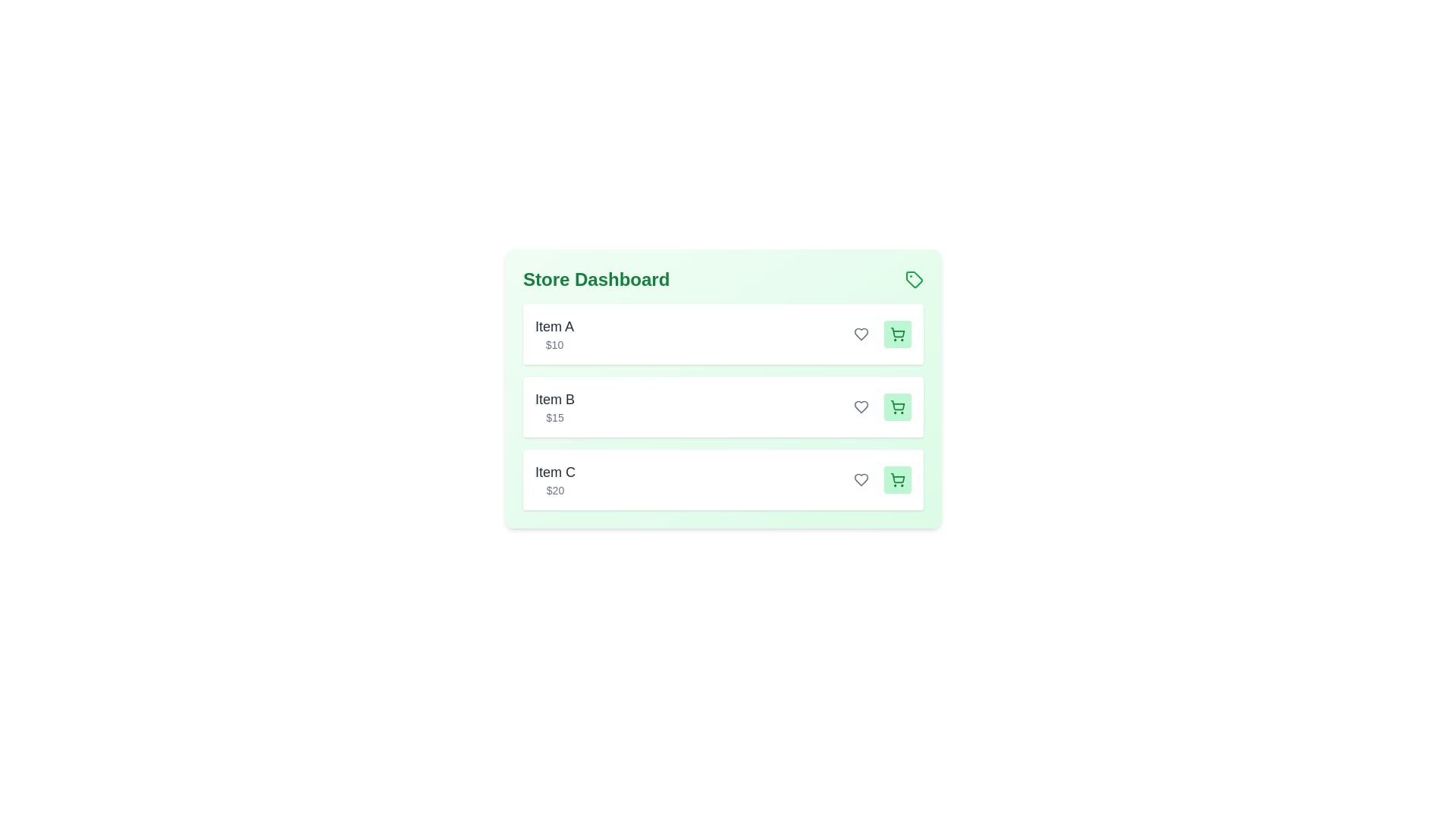 This screenshot has width=1456, height=819. I want to click on information displayed in the text component located in the second row of the item list, which shows the name and price of the item, so click(554, 406).